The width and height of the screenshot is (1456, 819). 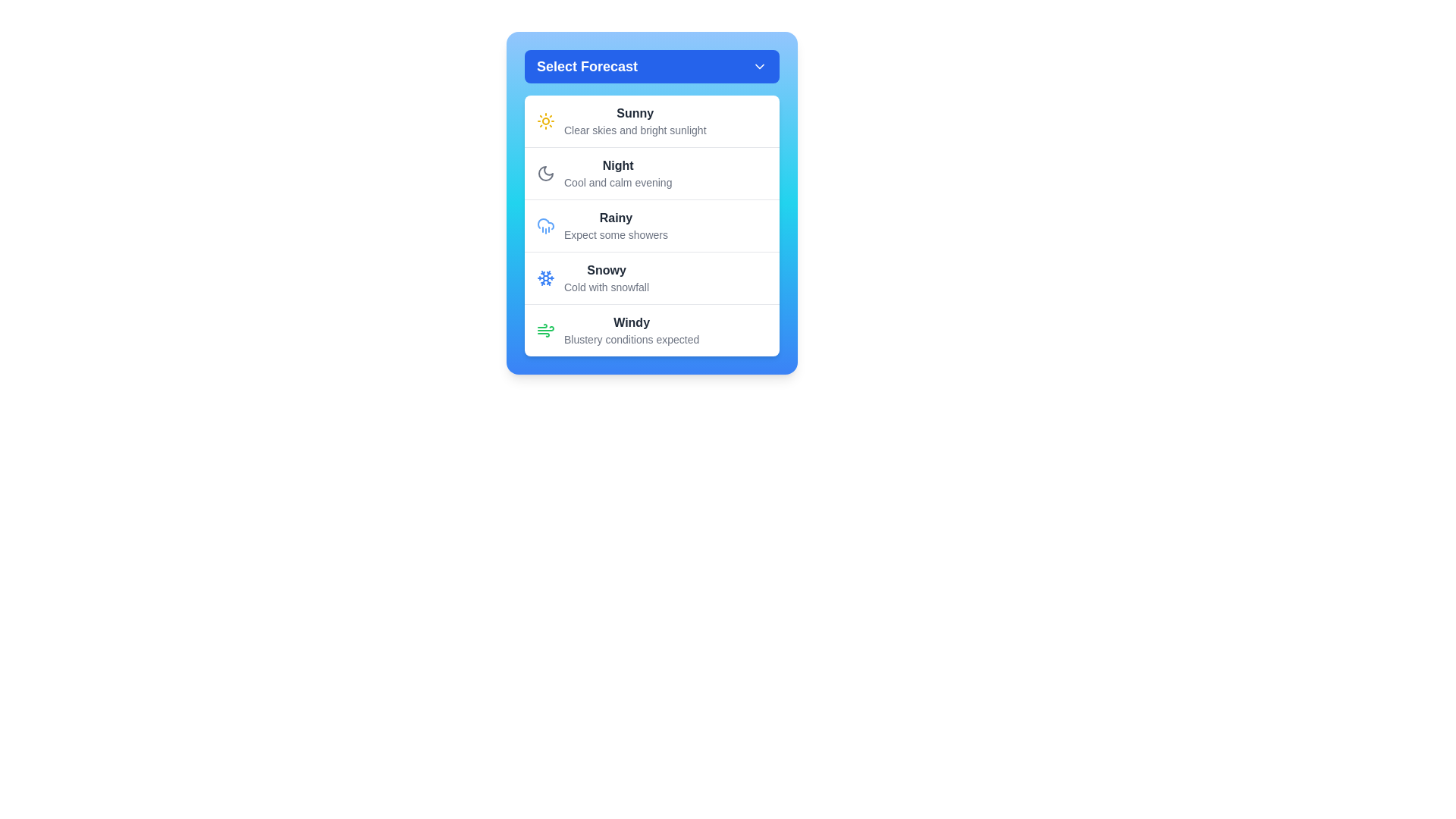 What do you see at coordinates (635, 113) in the screenshot?
I see `text label displaying 'Sunny', which is the first item in the weather options list under the heading 'Select Forecast'` at bounding box center [635, 113].